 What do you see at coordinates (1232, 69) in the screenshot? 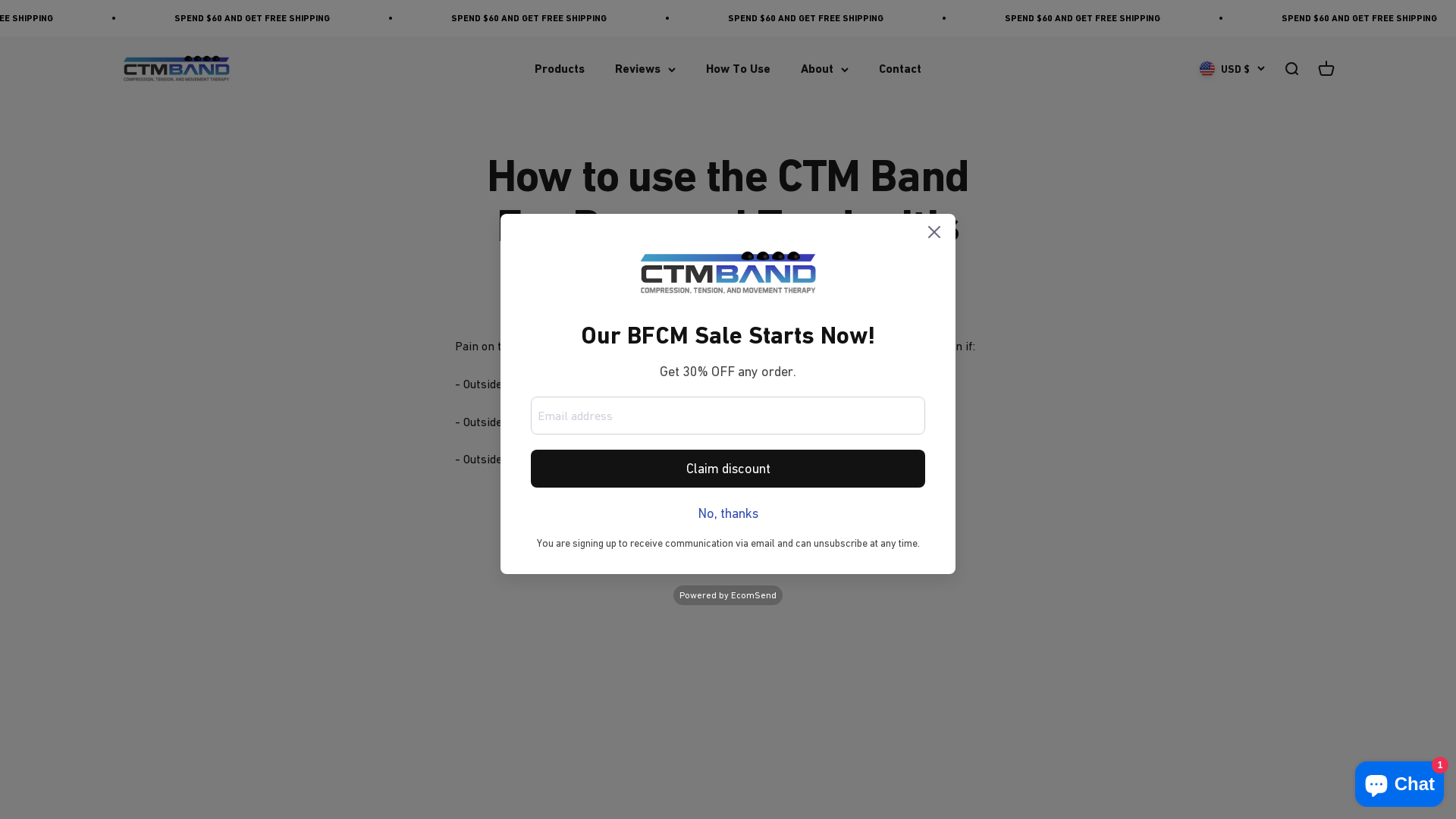
I see `'USD $'` at bounding box center [1232, 69].